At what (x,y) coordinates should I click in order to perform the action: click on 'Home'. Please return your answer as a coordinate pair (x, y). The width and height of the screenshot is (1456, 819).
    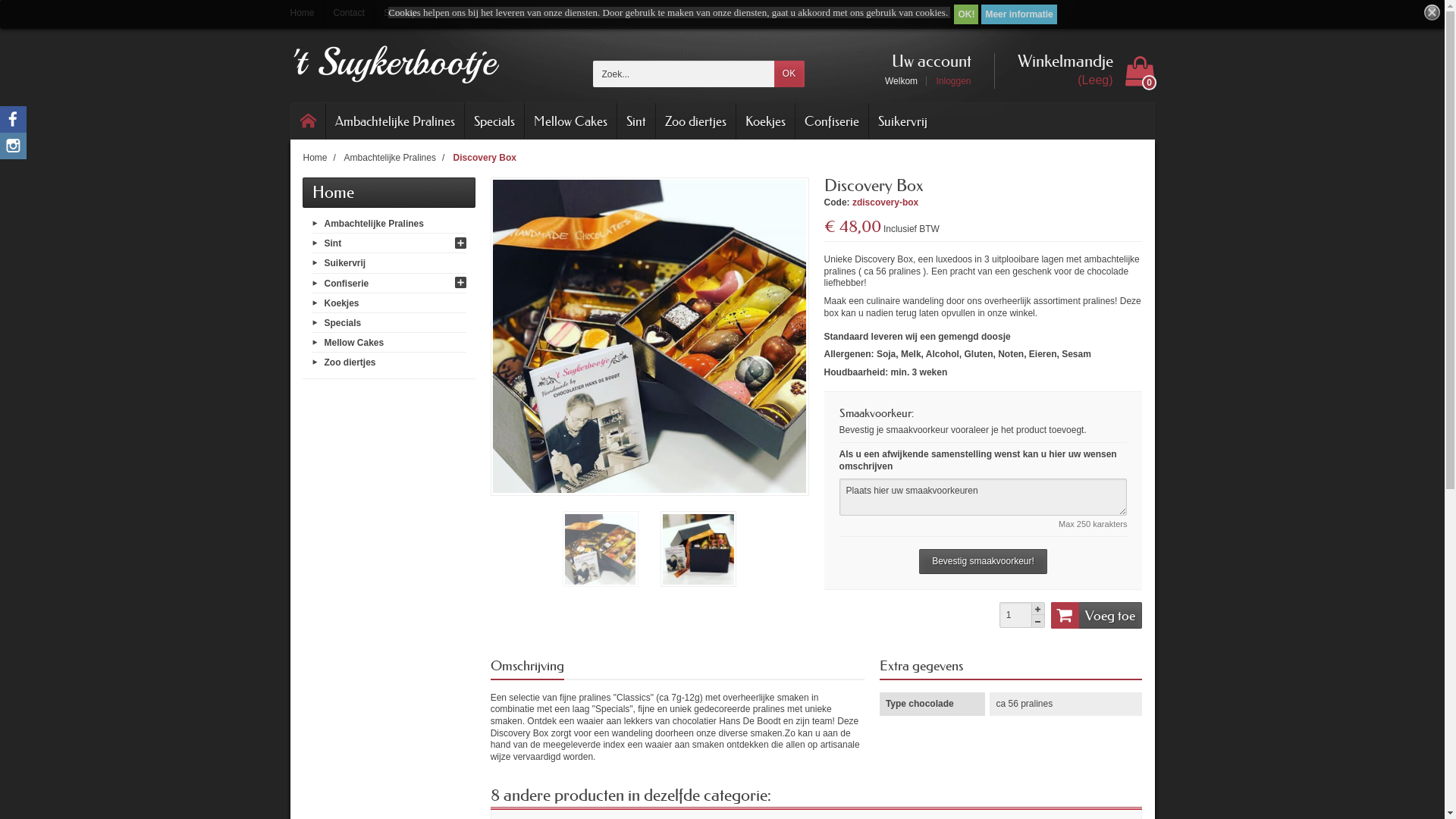
    Looking at the image, I should click on (315, 158).